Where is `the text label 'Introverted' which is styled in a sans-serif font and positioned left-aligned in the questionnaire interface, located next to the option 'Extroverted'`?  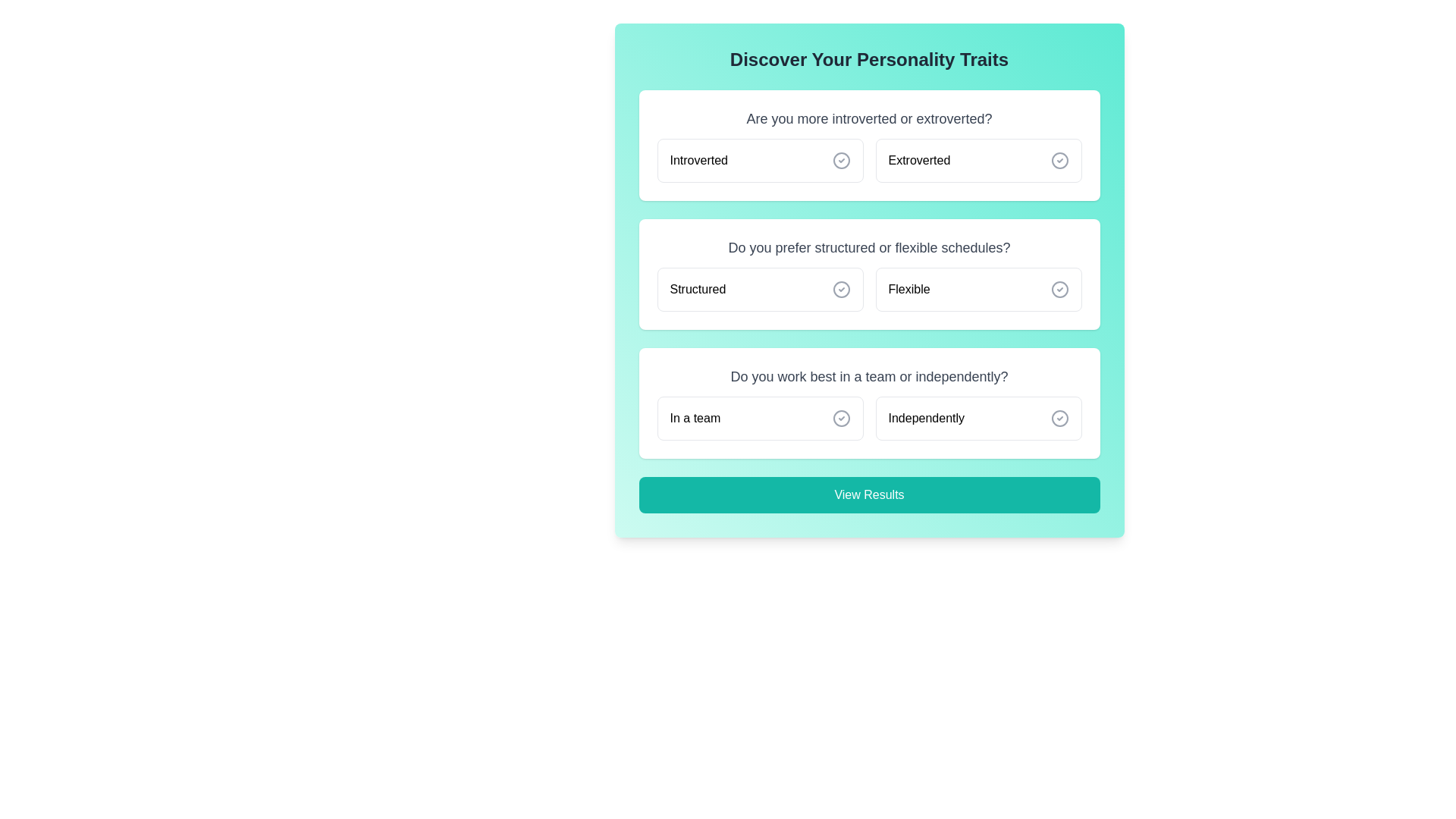
the text label 'Introverted' which is styled in a sans-serif font and positioned left-aligned in the questionnaire interface, located next to the option 'Extroverted' is located at coordinates (698, 161).